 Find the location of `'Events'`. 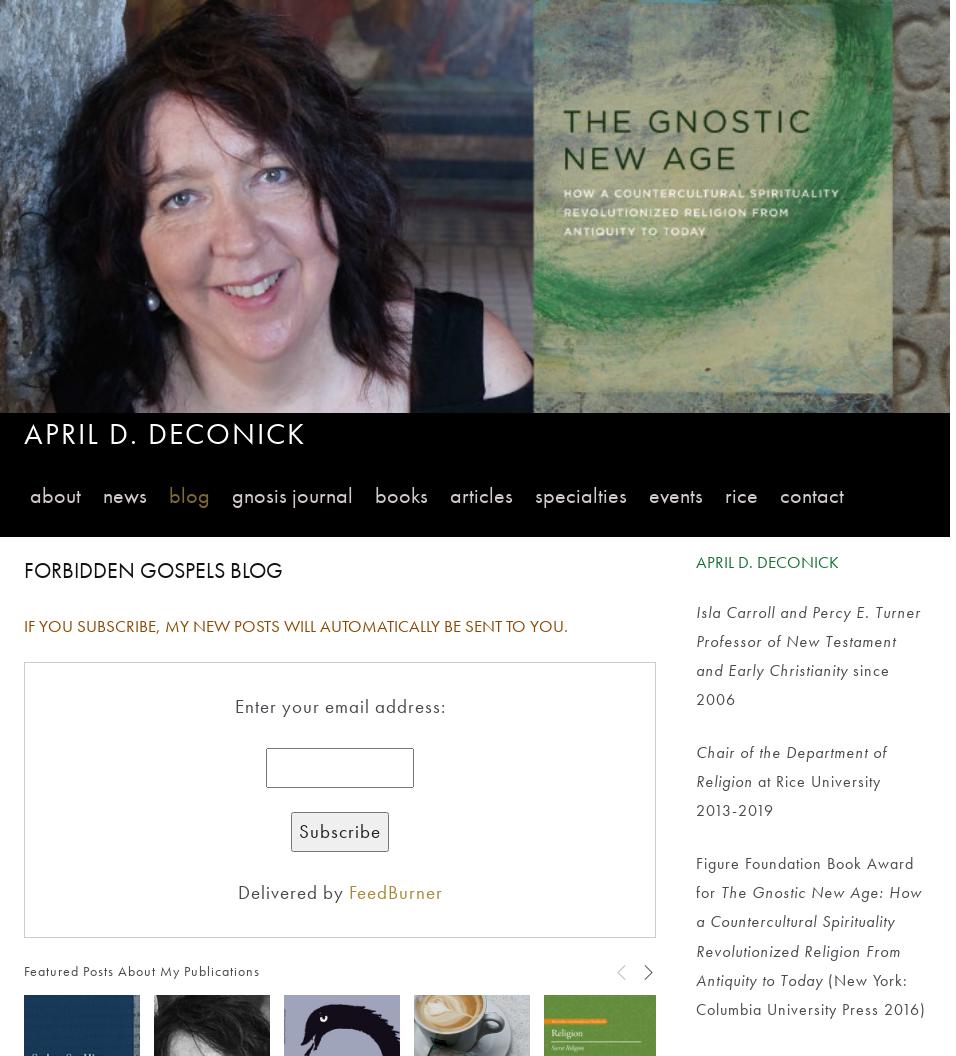

'Events' is located at coordinates (675, 493).